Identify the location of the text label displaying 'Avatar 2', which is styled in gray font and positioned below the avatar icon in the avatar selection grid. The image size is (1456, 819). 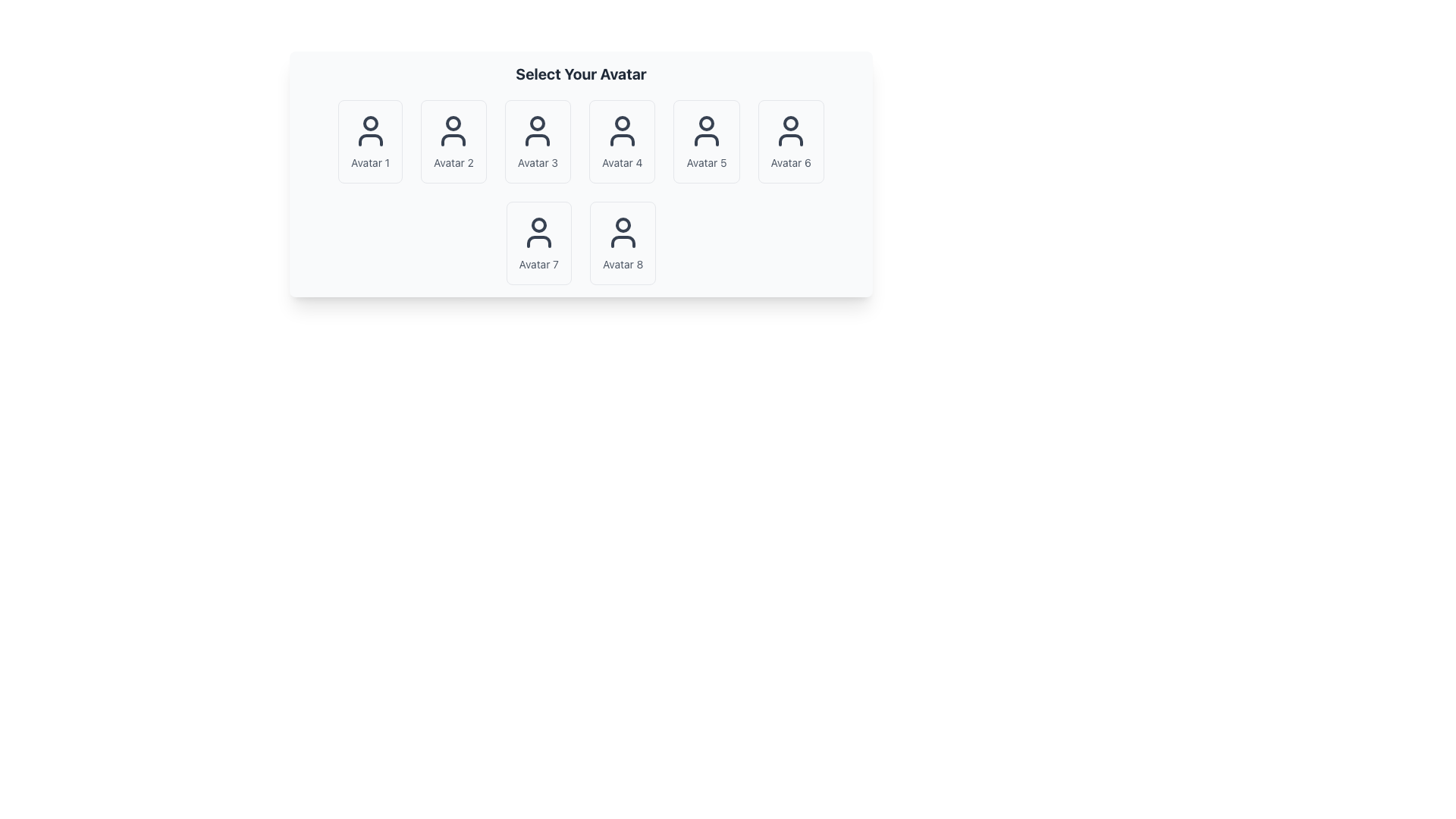
(453, 163).